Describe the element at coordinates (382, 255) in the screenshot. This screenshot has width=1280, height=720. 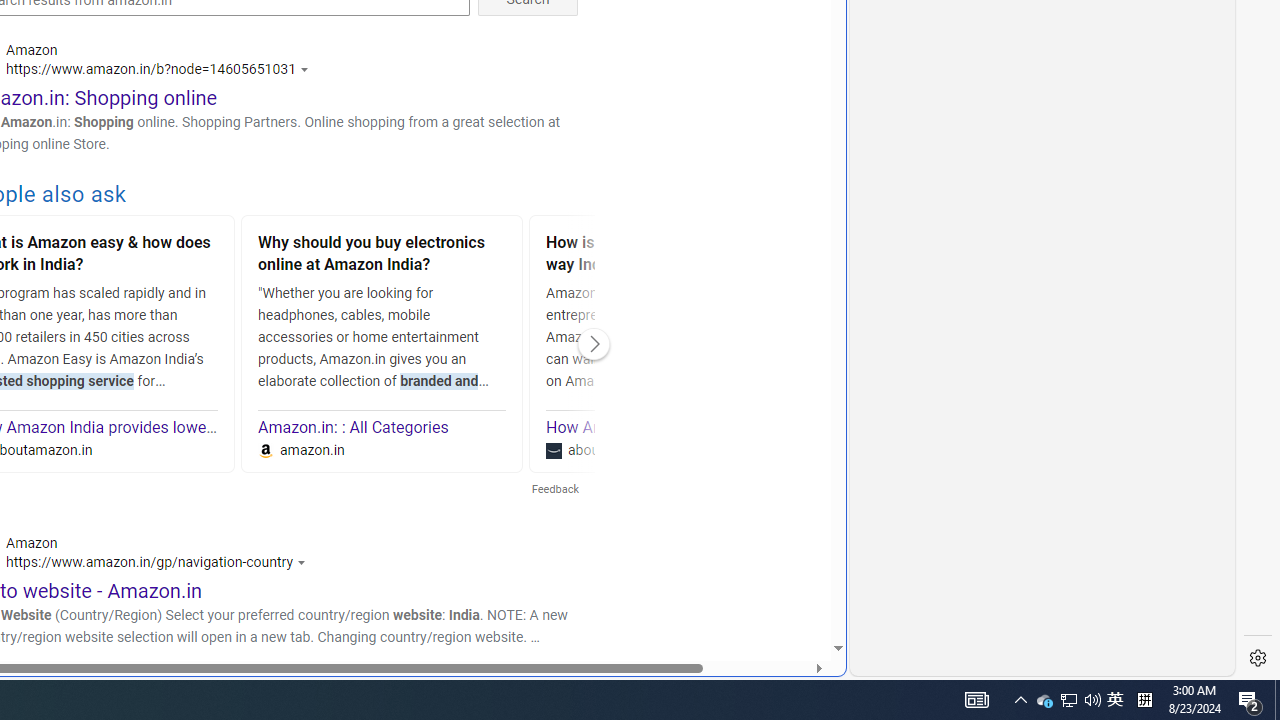
I see `'Why should you buy electronics online at Amazon India?'` at that location.